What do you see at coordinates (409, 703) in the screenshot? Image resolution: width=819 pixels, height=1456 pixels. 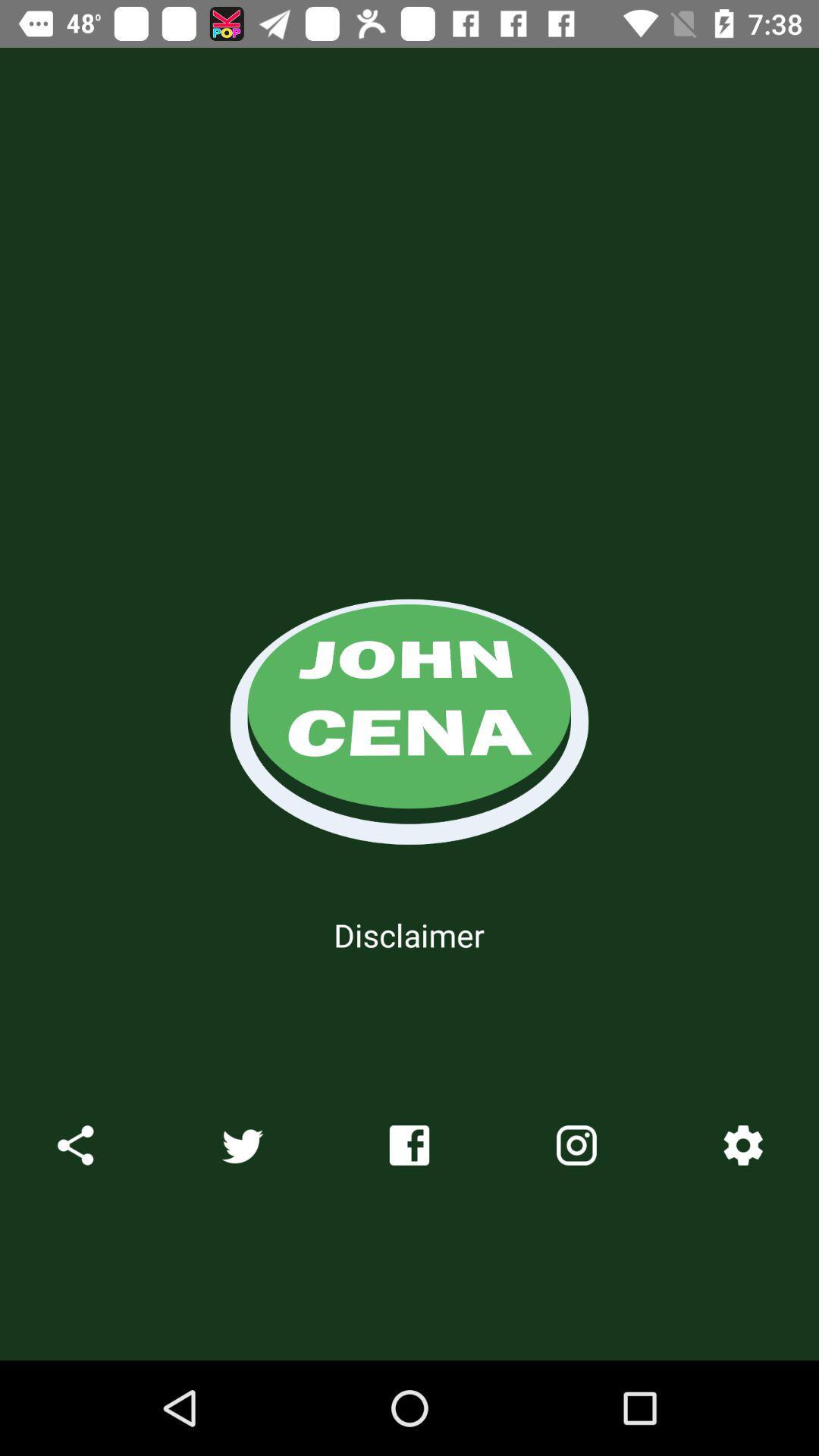 I see `the icon above disclaimer icon` at bounding box center [409, 703].